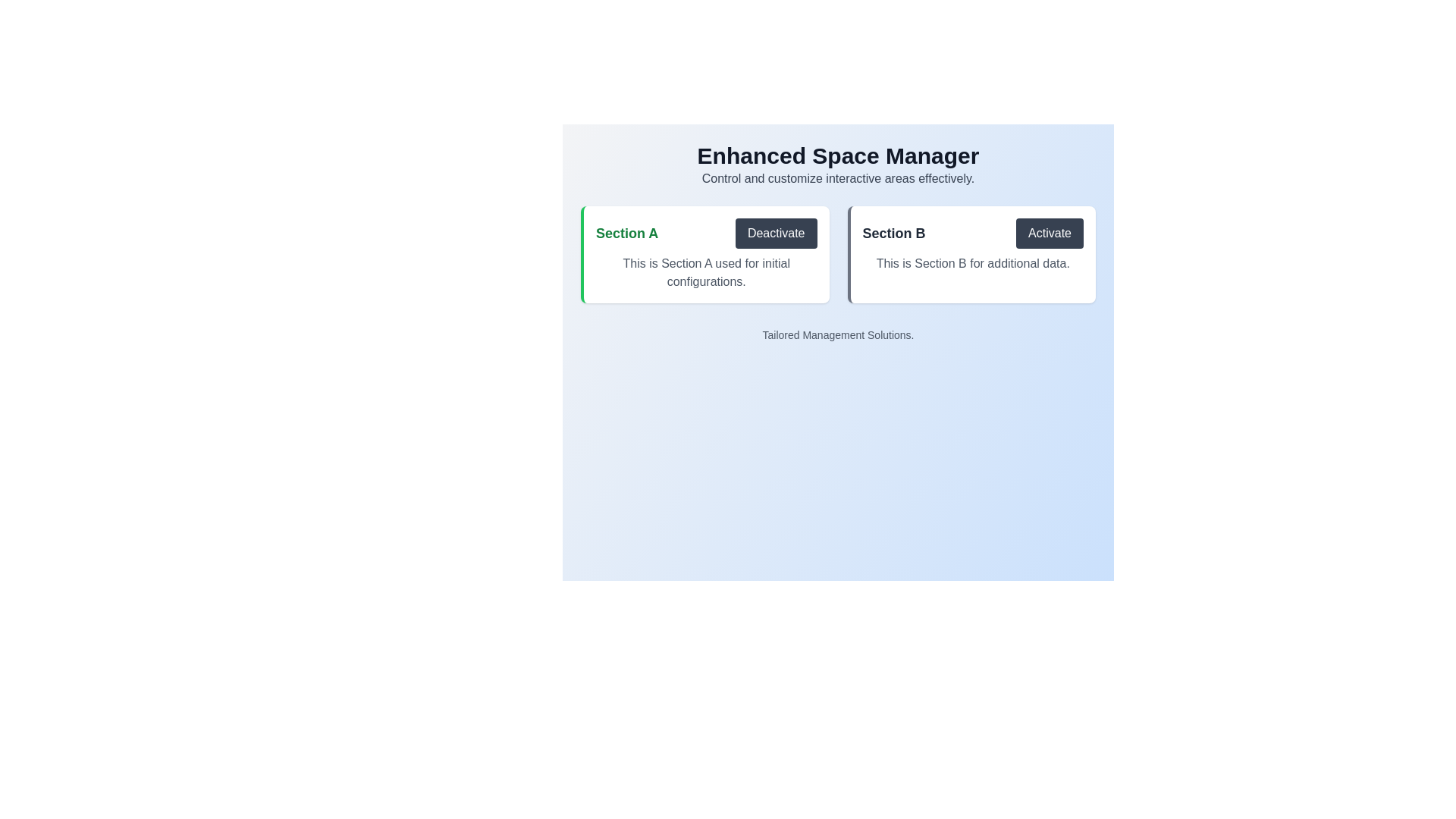 The height and width of the screenshot is (819, 1456). Describe the element at coordinates (894, 234) in the screenshot. I see `the static text label displaying 'Section B'` at that location.